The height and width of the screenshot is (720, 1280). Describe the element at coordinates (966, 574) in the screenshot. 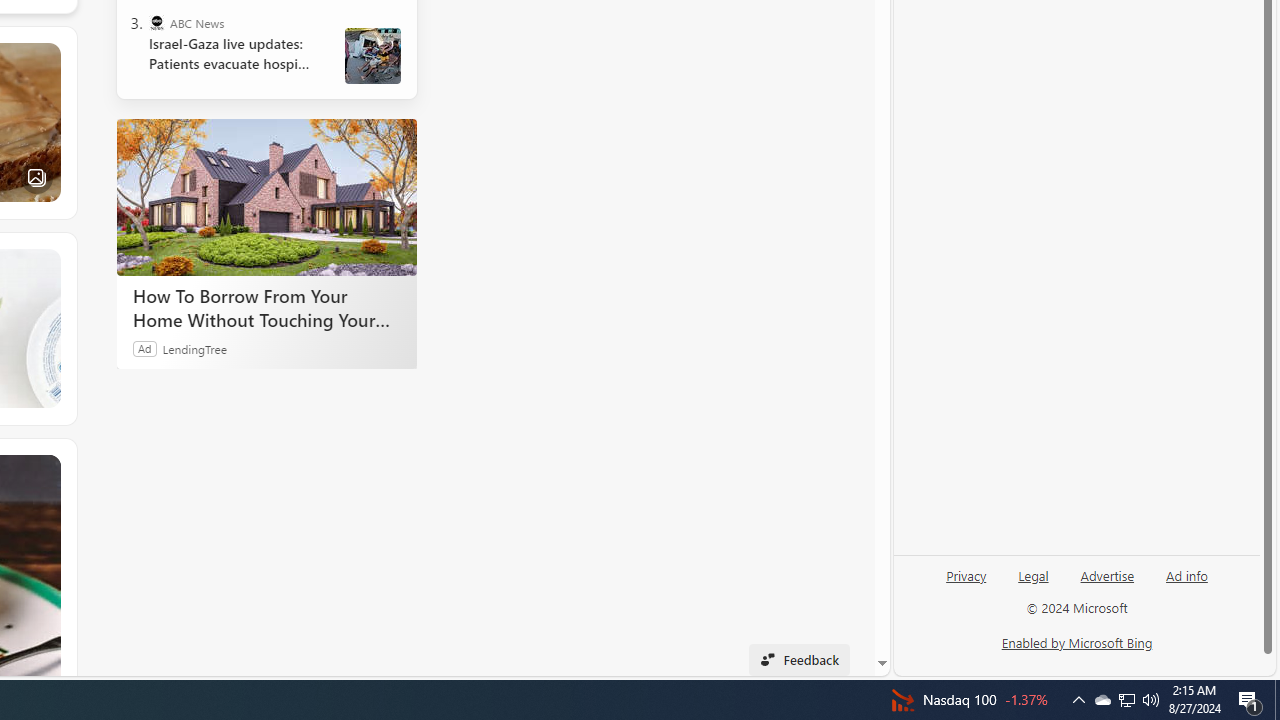

I see `'Privacy'` at that location.